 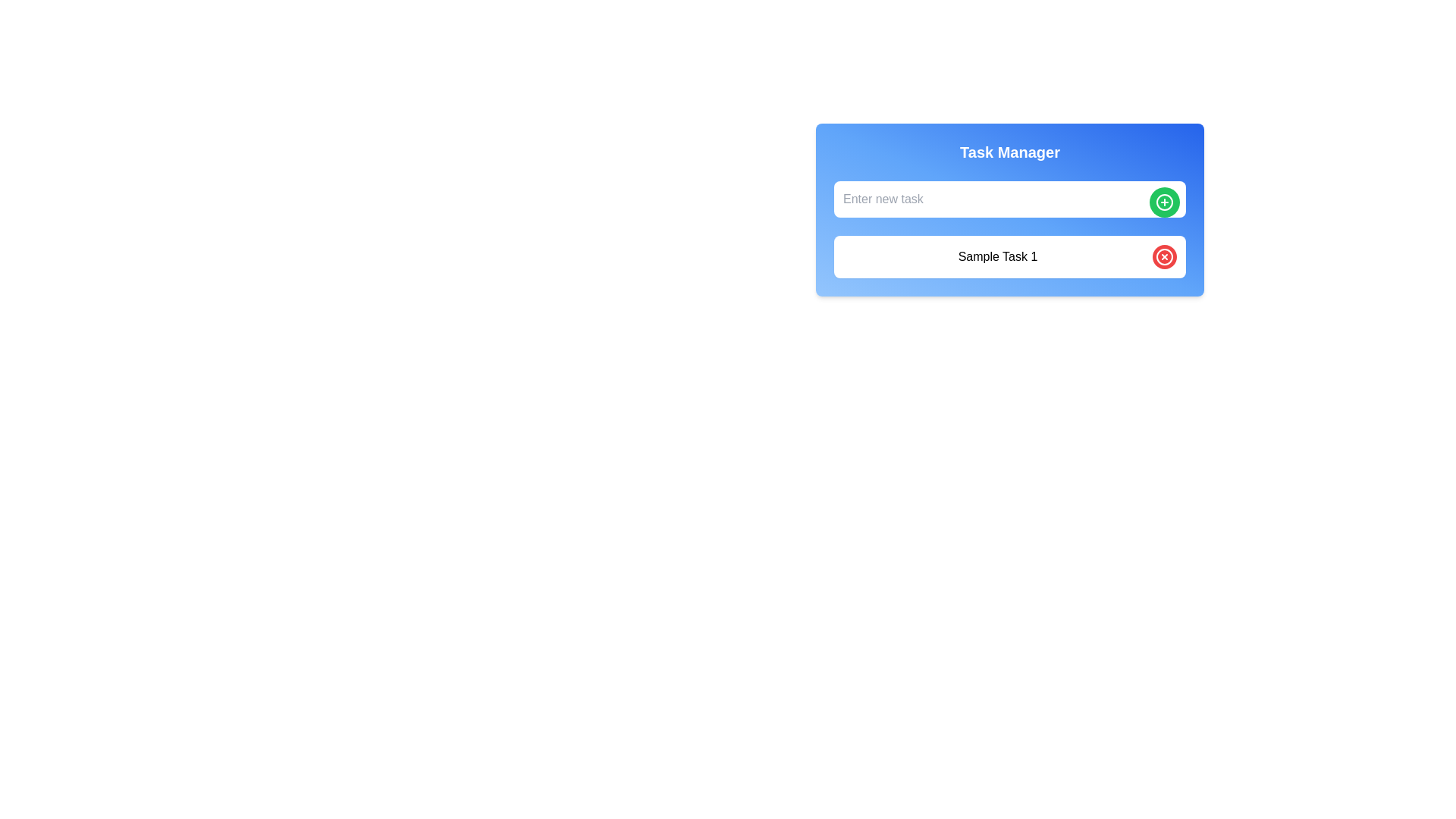 I want to click on the red circular button with a white border and an 'X' icon, so click(x=1164, y=256).